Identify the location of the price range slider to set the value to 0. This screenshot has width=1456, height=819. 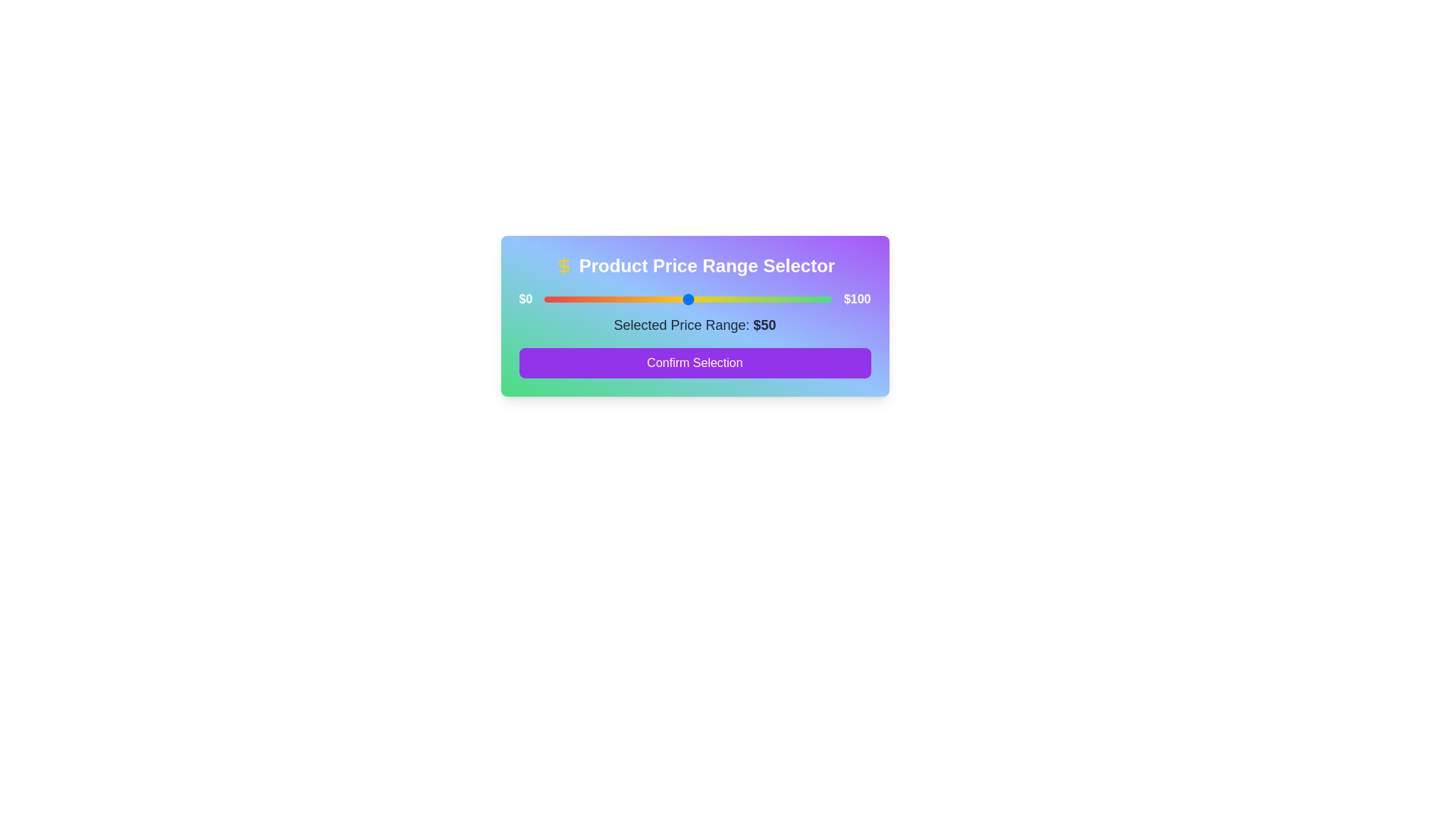
(544, 299).